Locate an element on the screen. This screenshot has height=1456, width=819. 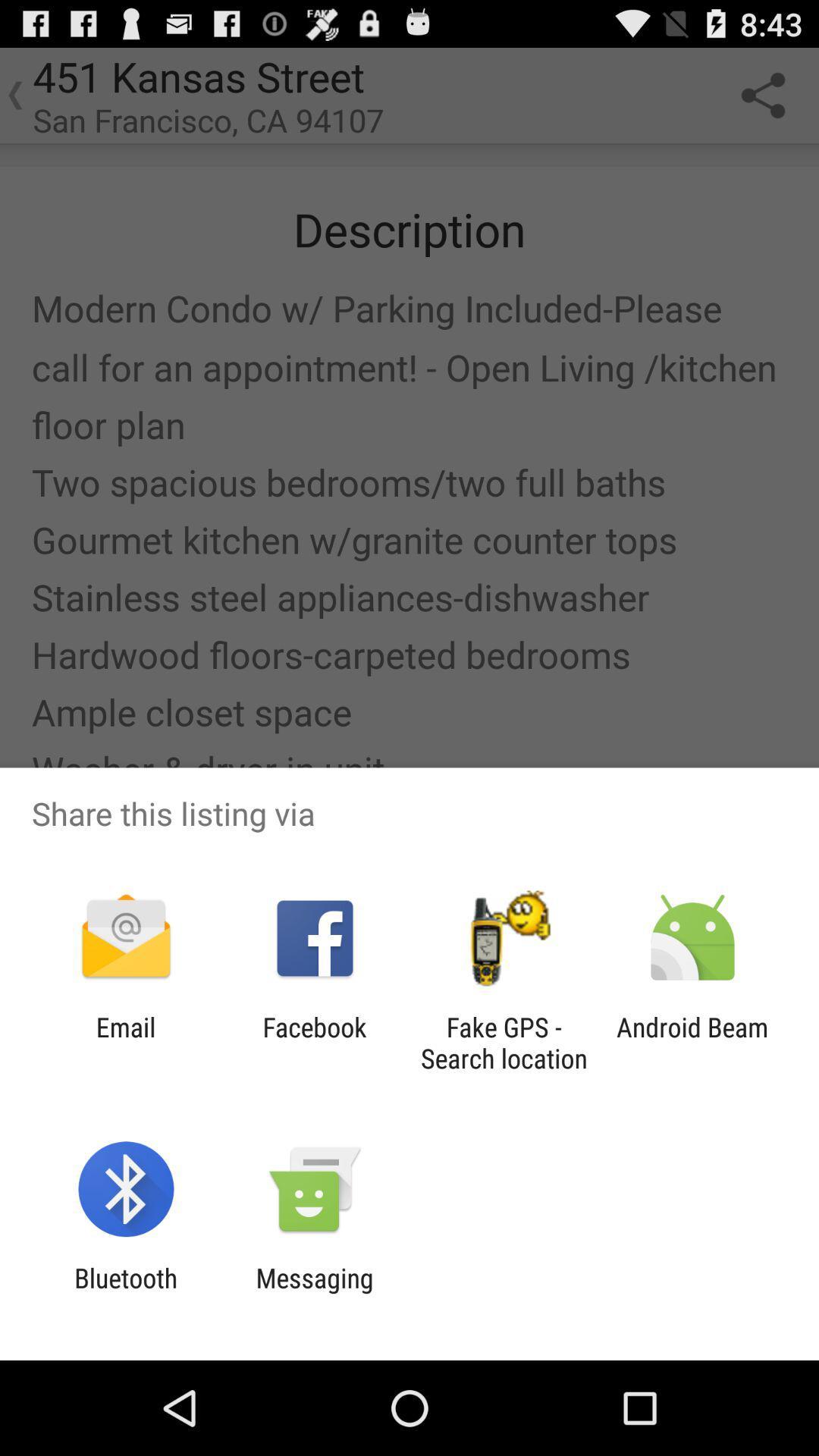
the icon at the bottom right corner is located at coordinates (692, 1042).